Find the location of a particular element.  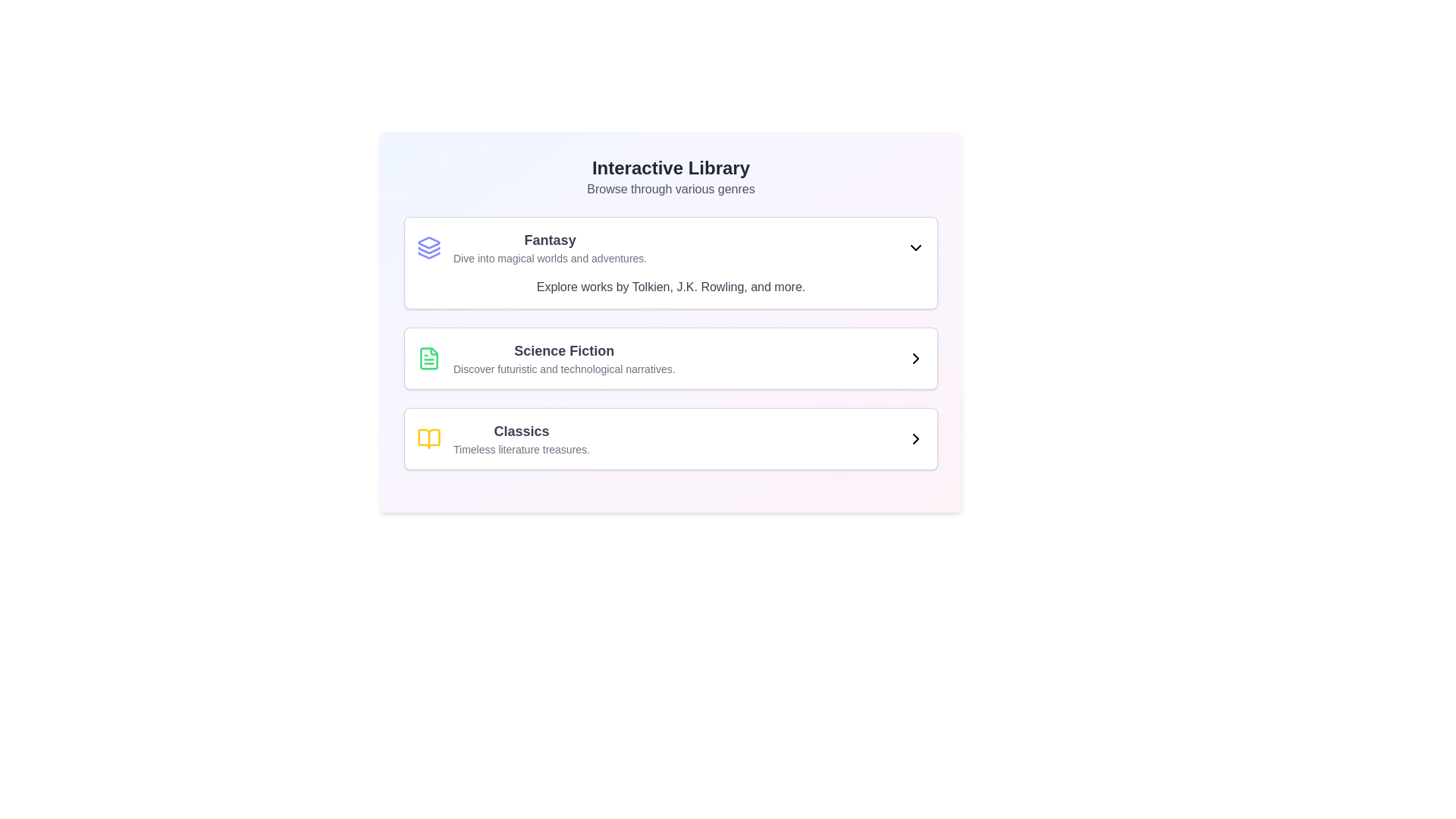

the third list item representing classic literature is located at coordinates (503, 438).